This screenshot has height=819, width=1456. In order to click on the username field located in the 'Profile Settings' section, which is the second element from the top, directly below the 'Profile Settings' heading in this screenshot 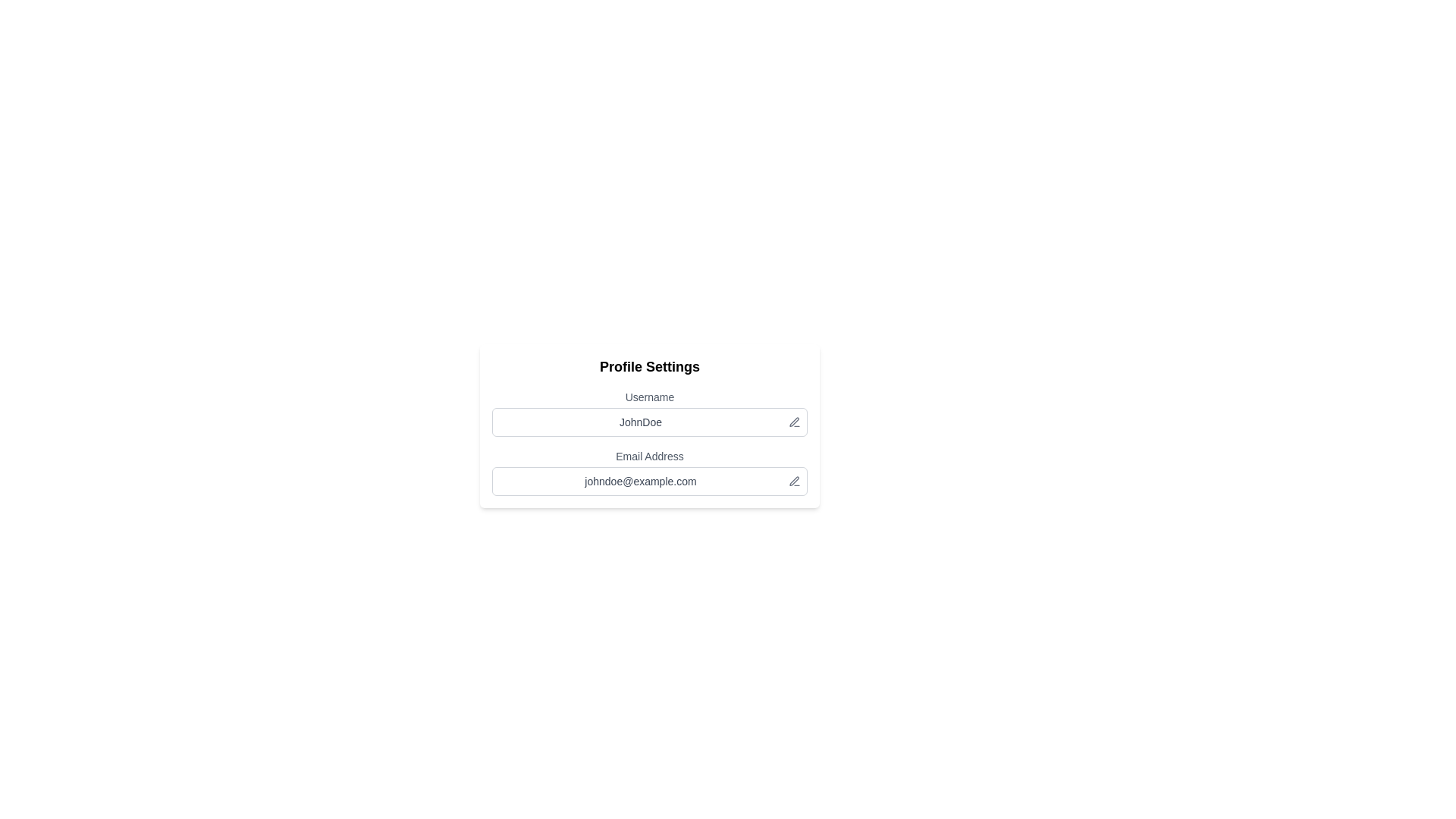, I will do `click(650, 413)`.